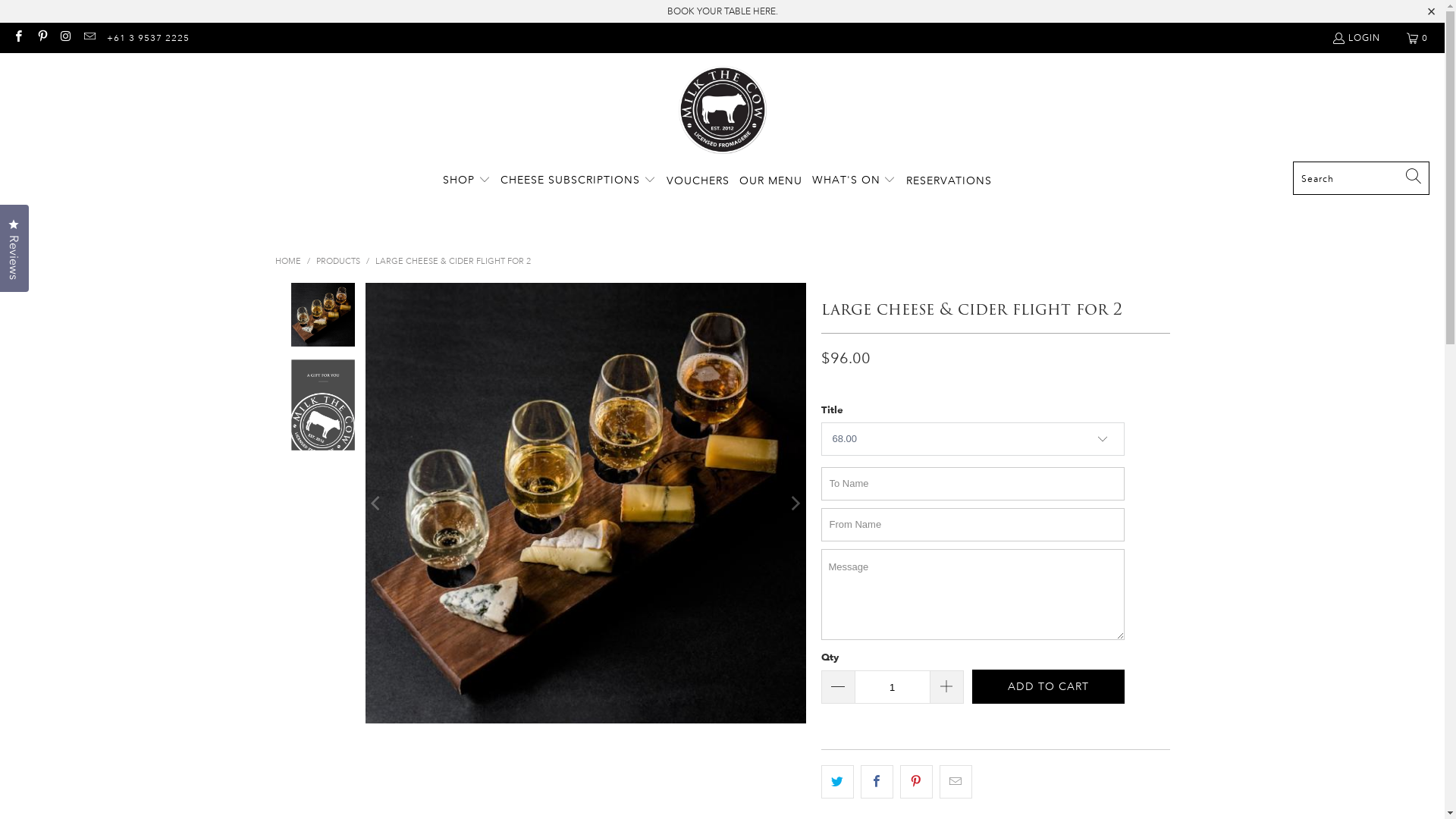 This screenshot has height=819, width=1456. I want to click on 'Milk the Cow Licensed Fromagerie on Facebook', so click(17, 36).